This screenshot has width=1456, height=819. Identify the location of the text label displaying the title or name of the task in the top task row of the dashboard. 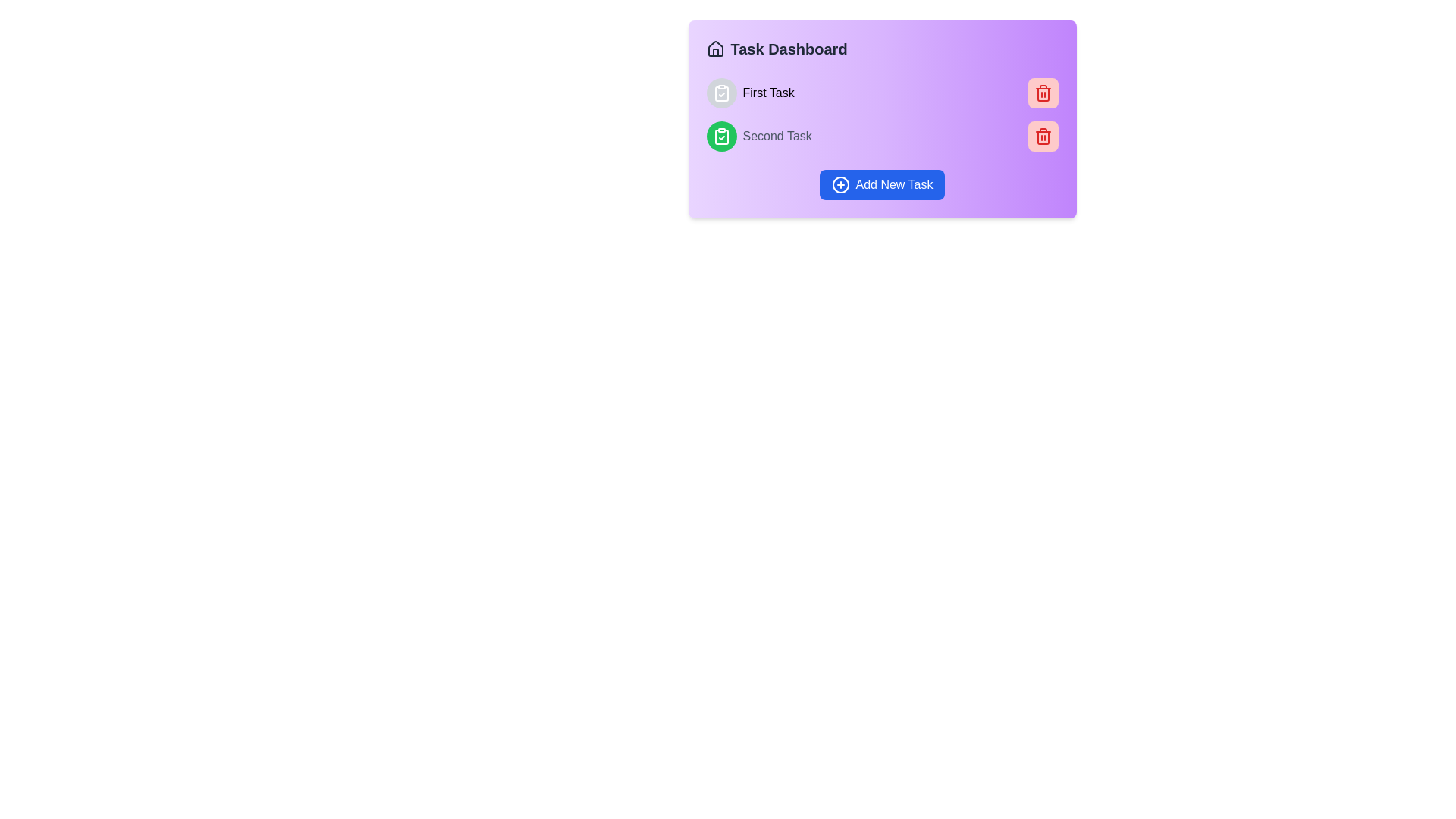
(768, 93).